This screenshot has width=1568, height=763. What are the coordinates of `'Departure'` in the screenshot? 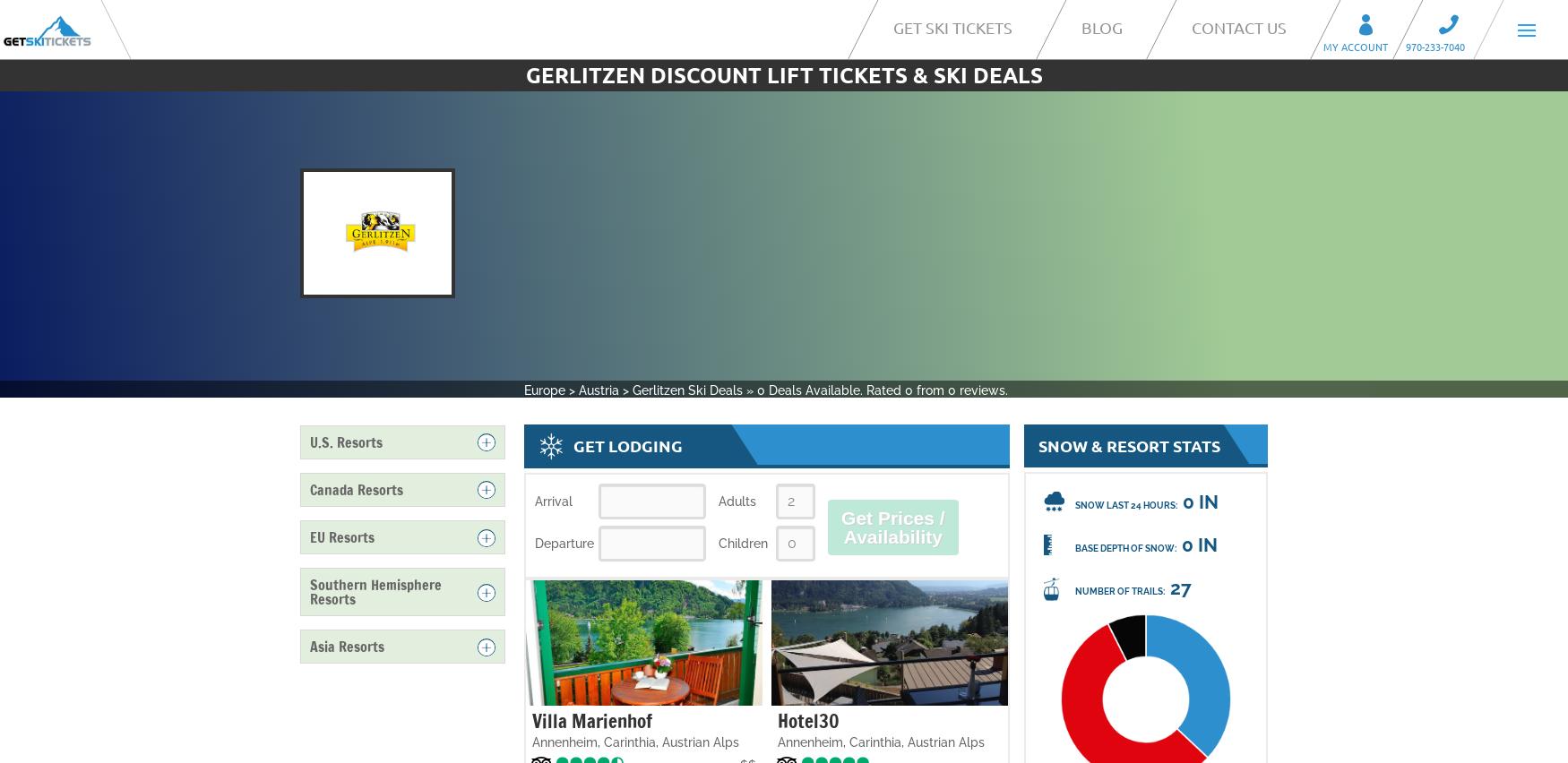 It's located at (564, 543).